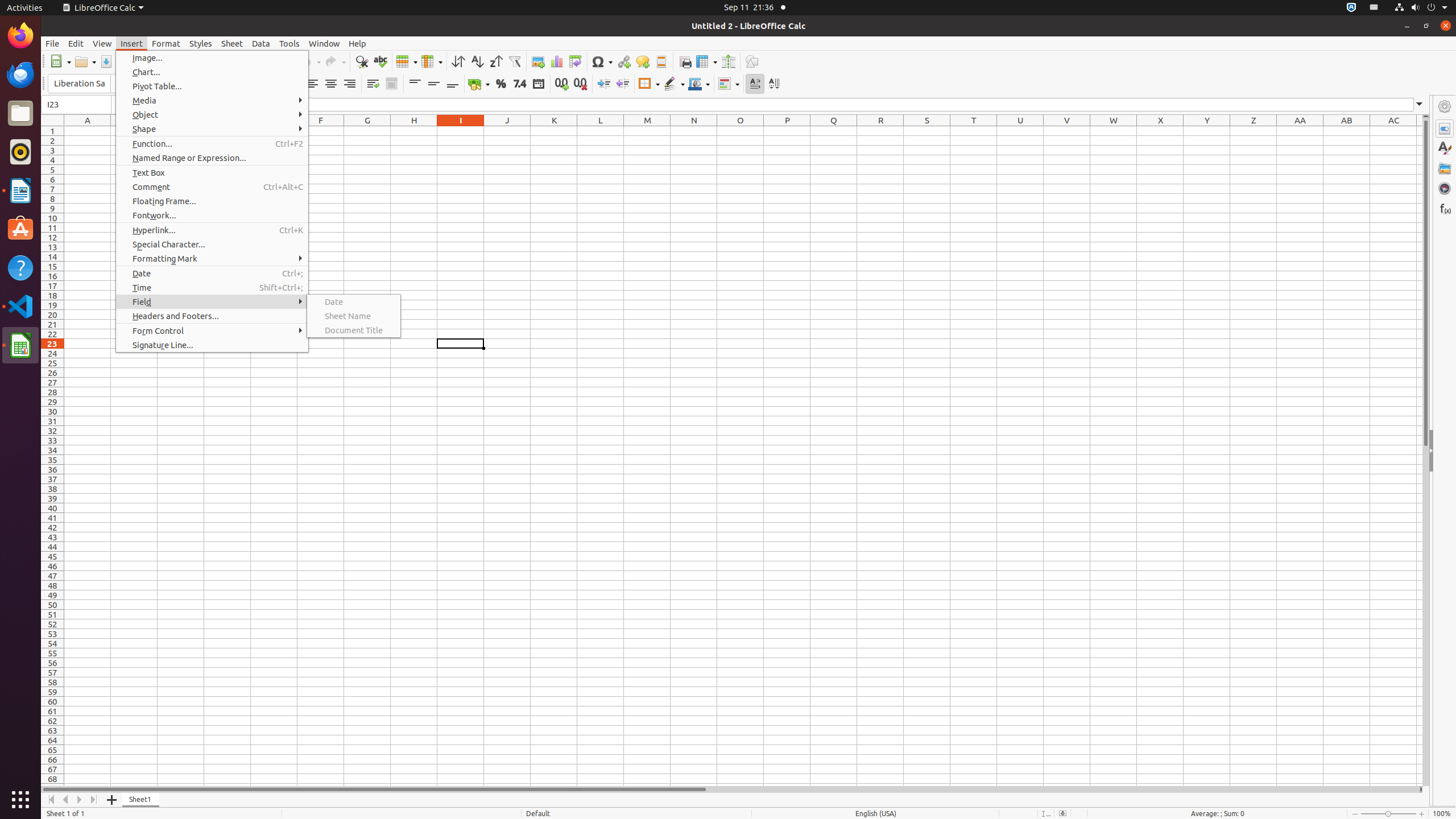  I want to click on 'A1', so click(88, 130).